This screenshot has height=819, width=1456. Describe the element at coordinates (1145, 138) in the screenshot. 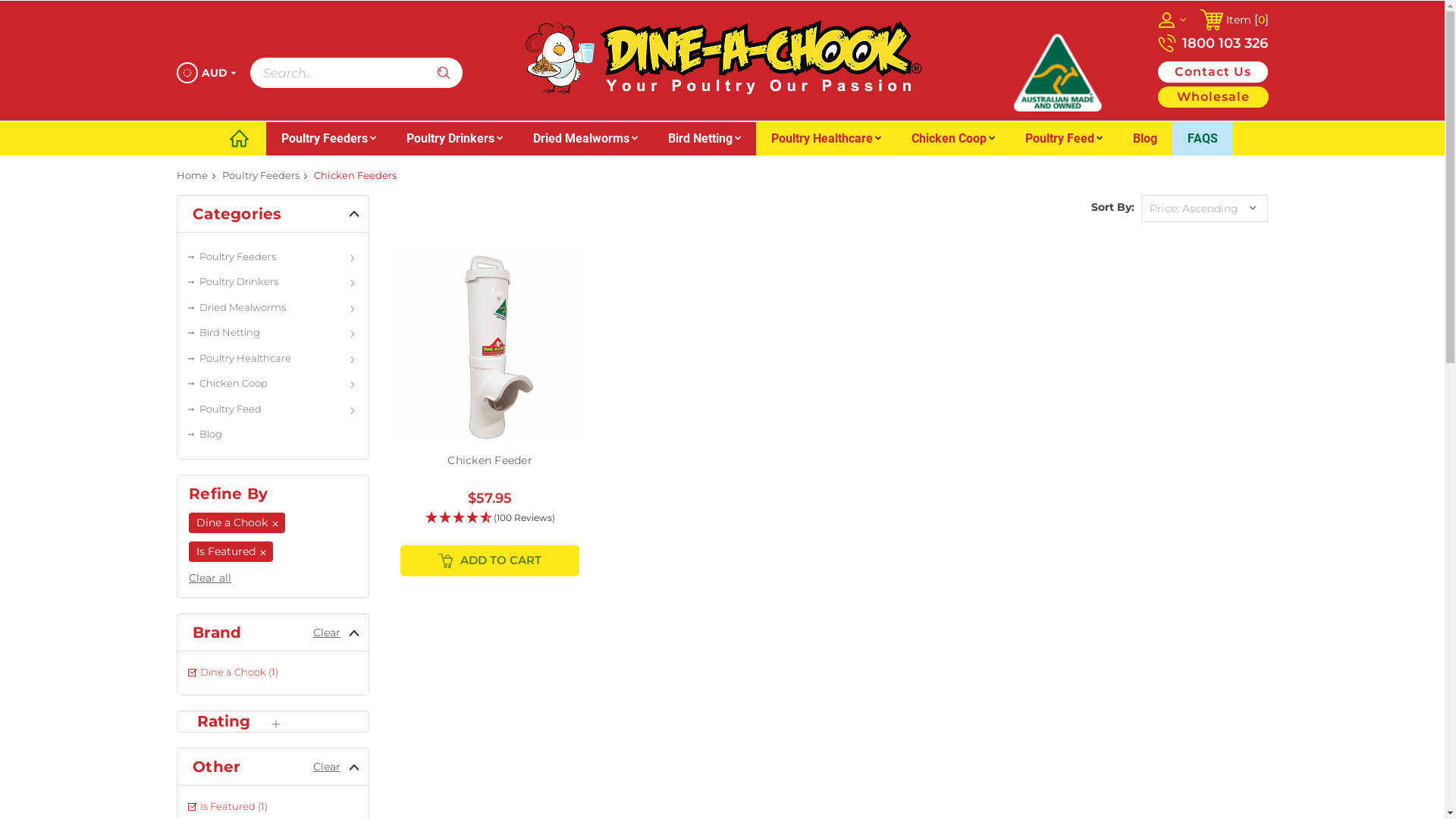

I see `'Blog'` at that location.